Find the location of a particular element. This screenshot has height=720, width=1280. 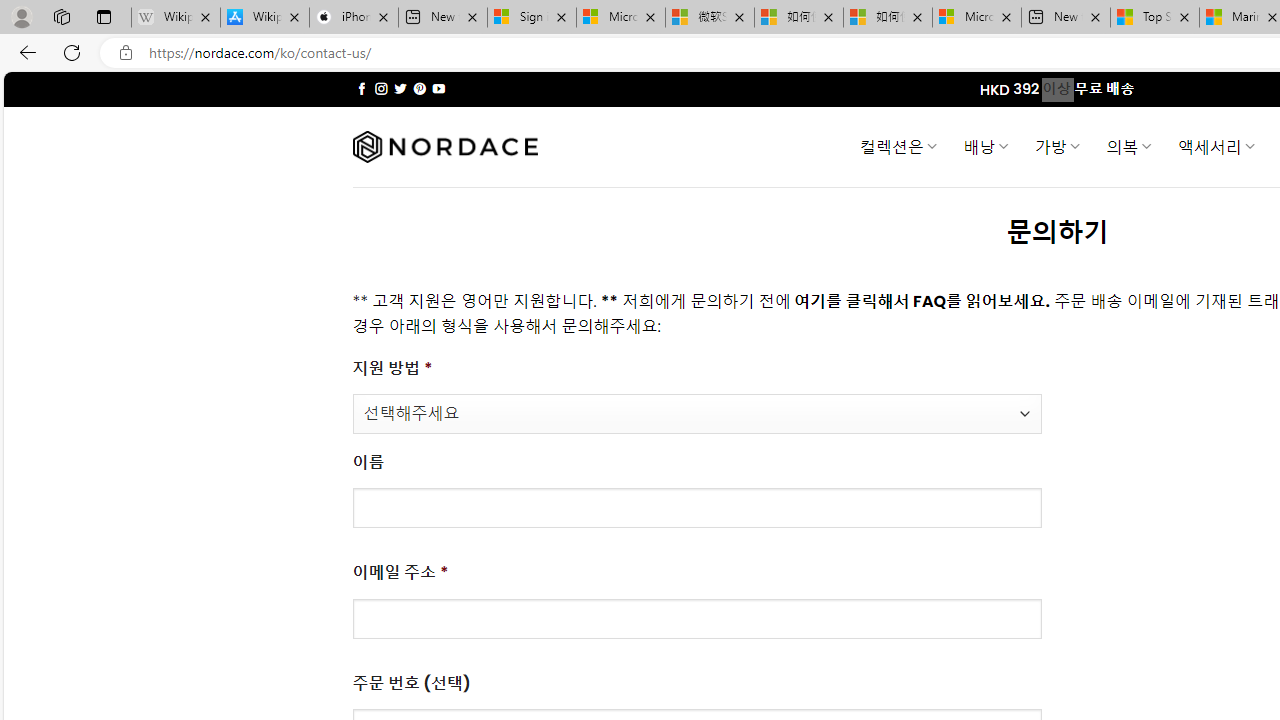

'Sign in to your Microsoft account' is located at coordinates (531, 17).